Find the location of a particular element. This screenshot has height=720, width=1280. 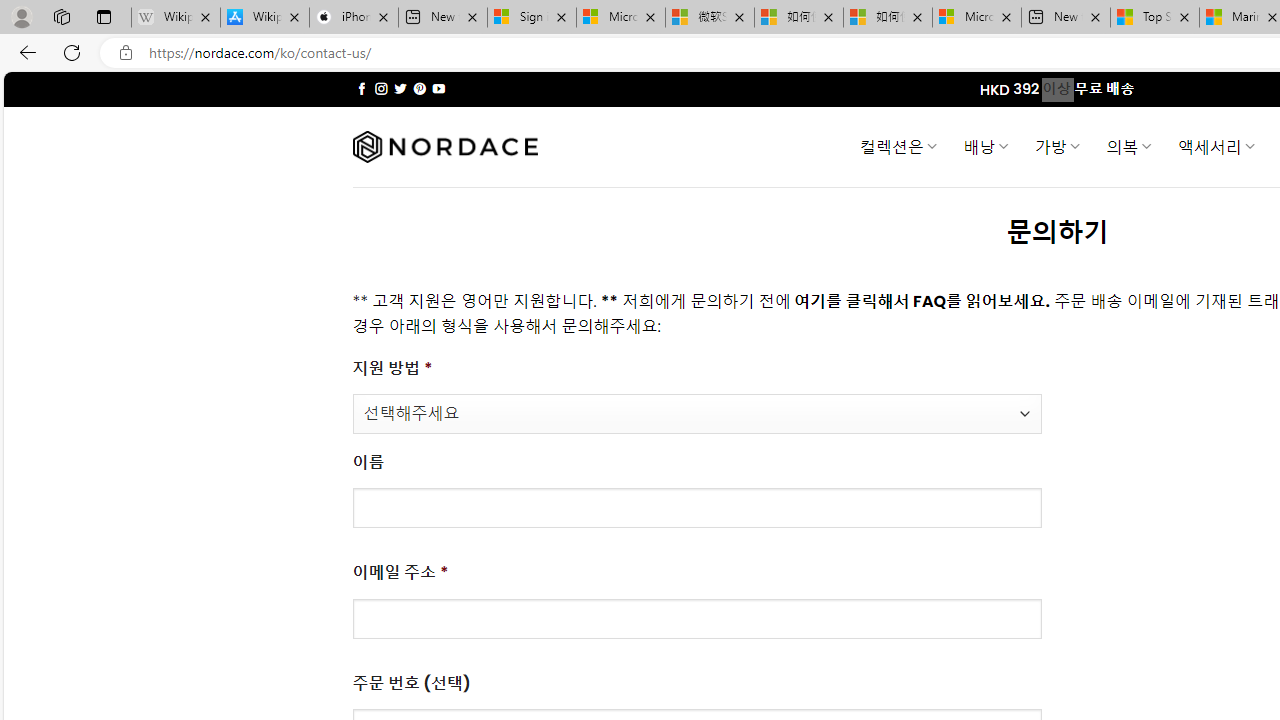

'Sign in to your Microsoft account' is located at coordinates (531, 17).